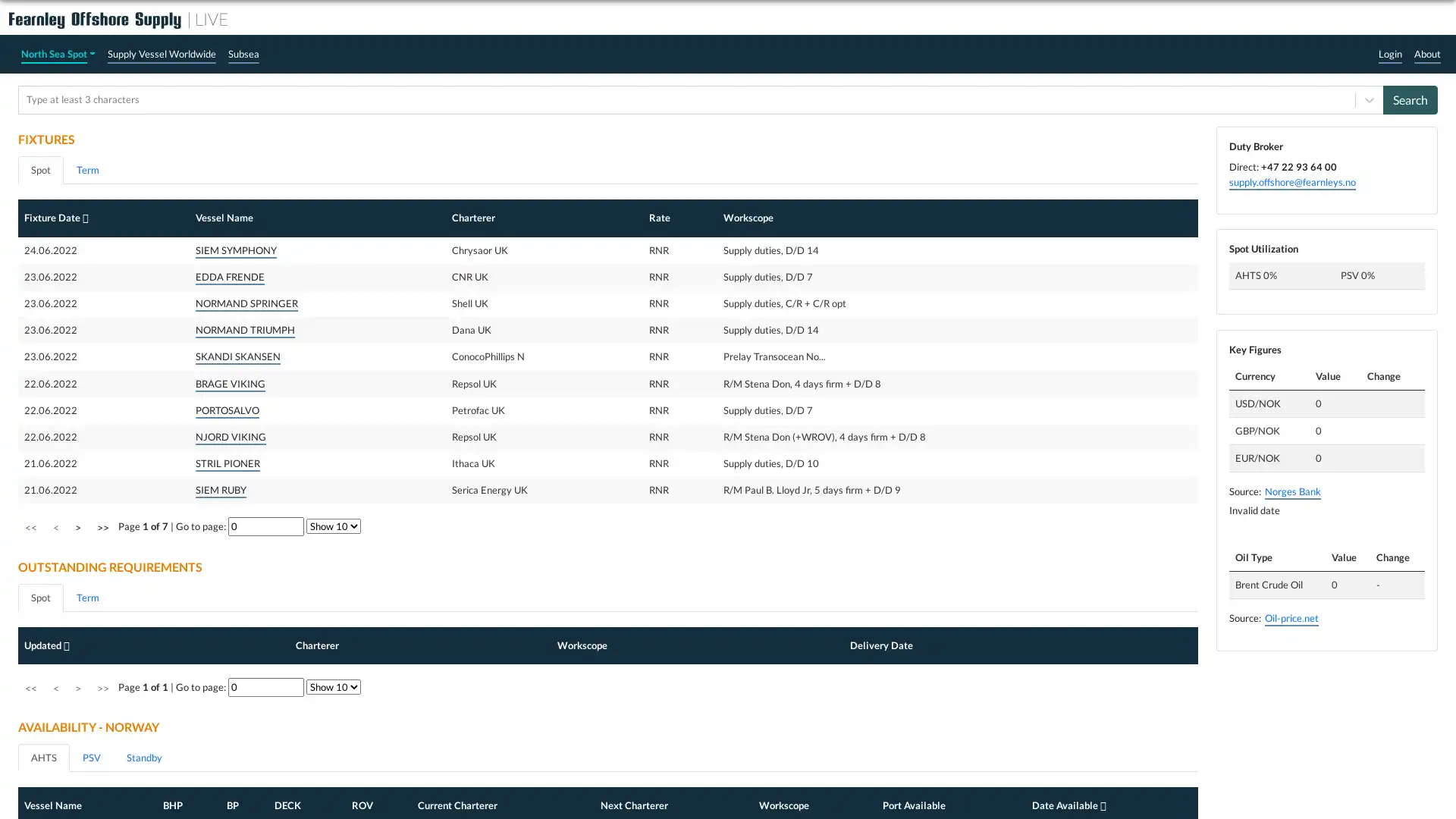 This screenshot has width=1456, height=819. I want to click on <<, so click(31, 767).